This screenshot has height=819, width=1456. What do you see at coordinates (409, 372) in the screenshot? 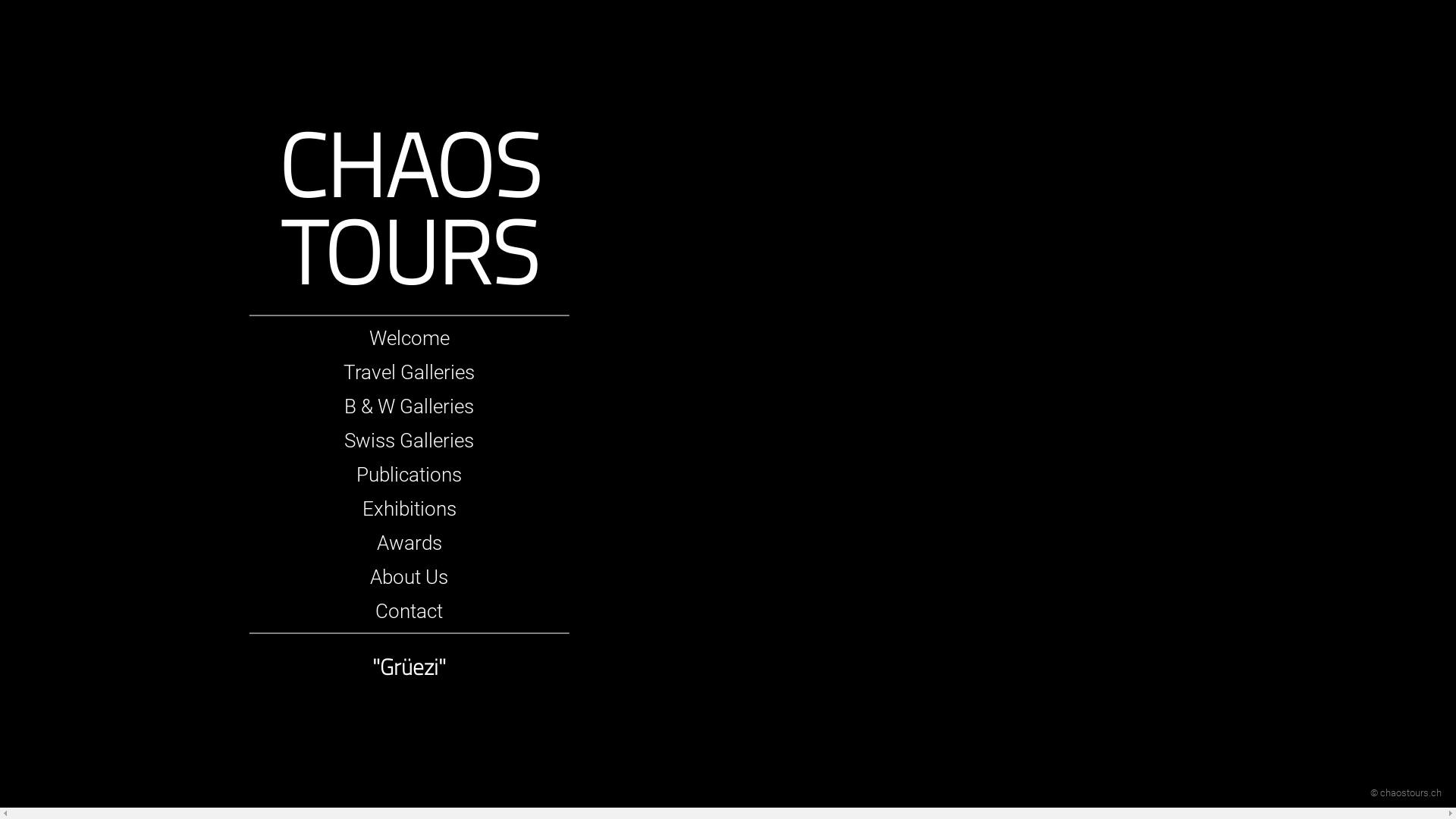
I see `'Travel Galleries'` at bounding box center [409, 372].